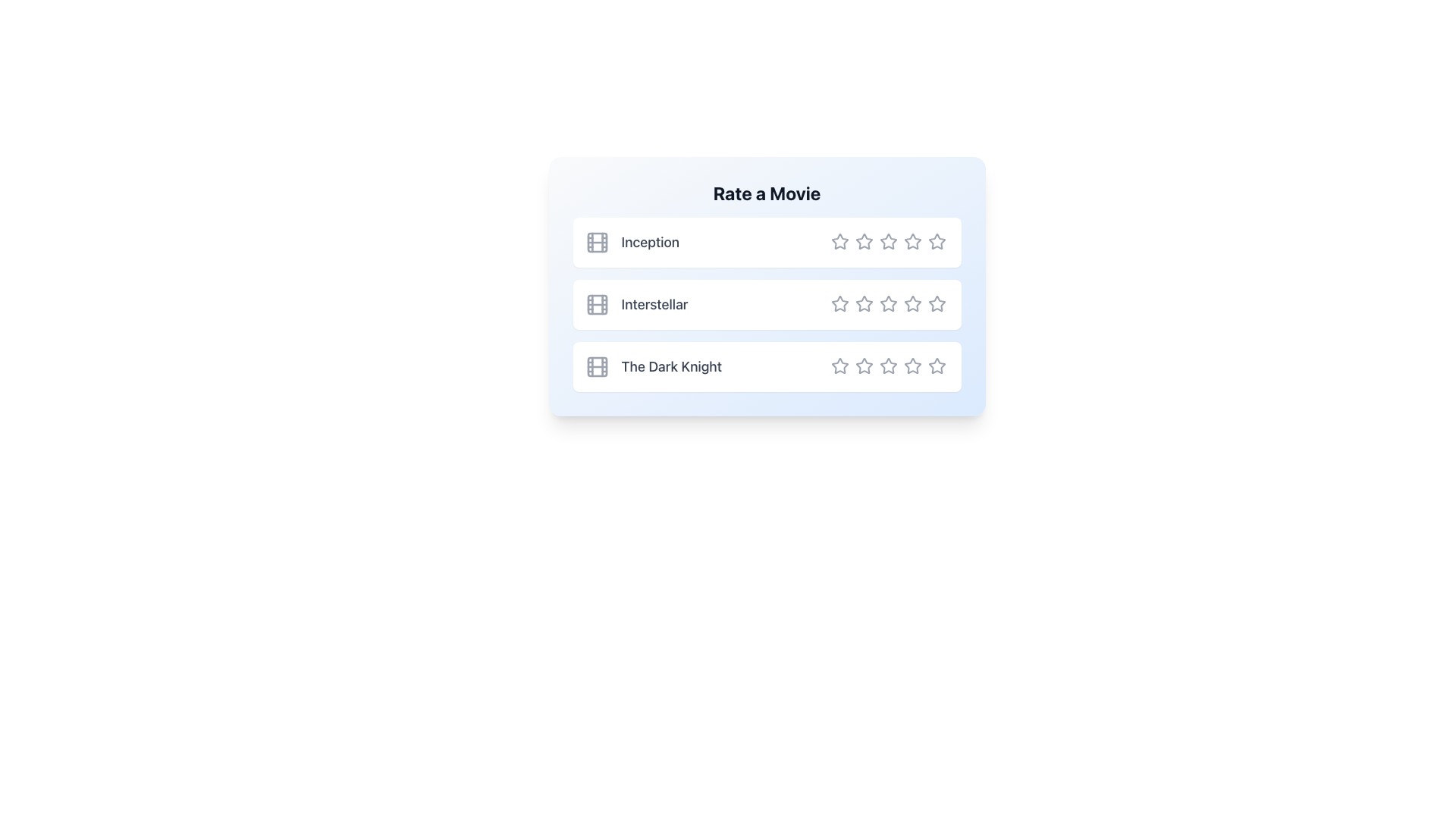 The width and height of the screenshot is (1456, 819). Describe the element at coordinates (653, 366) in the screenshot. I see `displayed text 'The Dark Knight' from the Text Label with Icon that is part of a vertical list of movie titles` at that location.